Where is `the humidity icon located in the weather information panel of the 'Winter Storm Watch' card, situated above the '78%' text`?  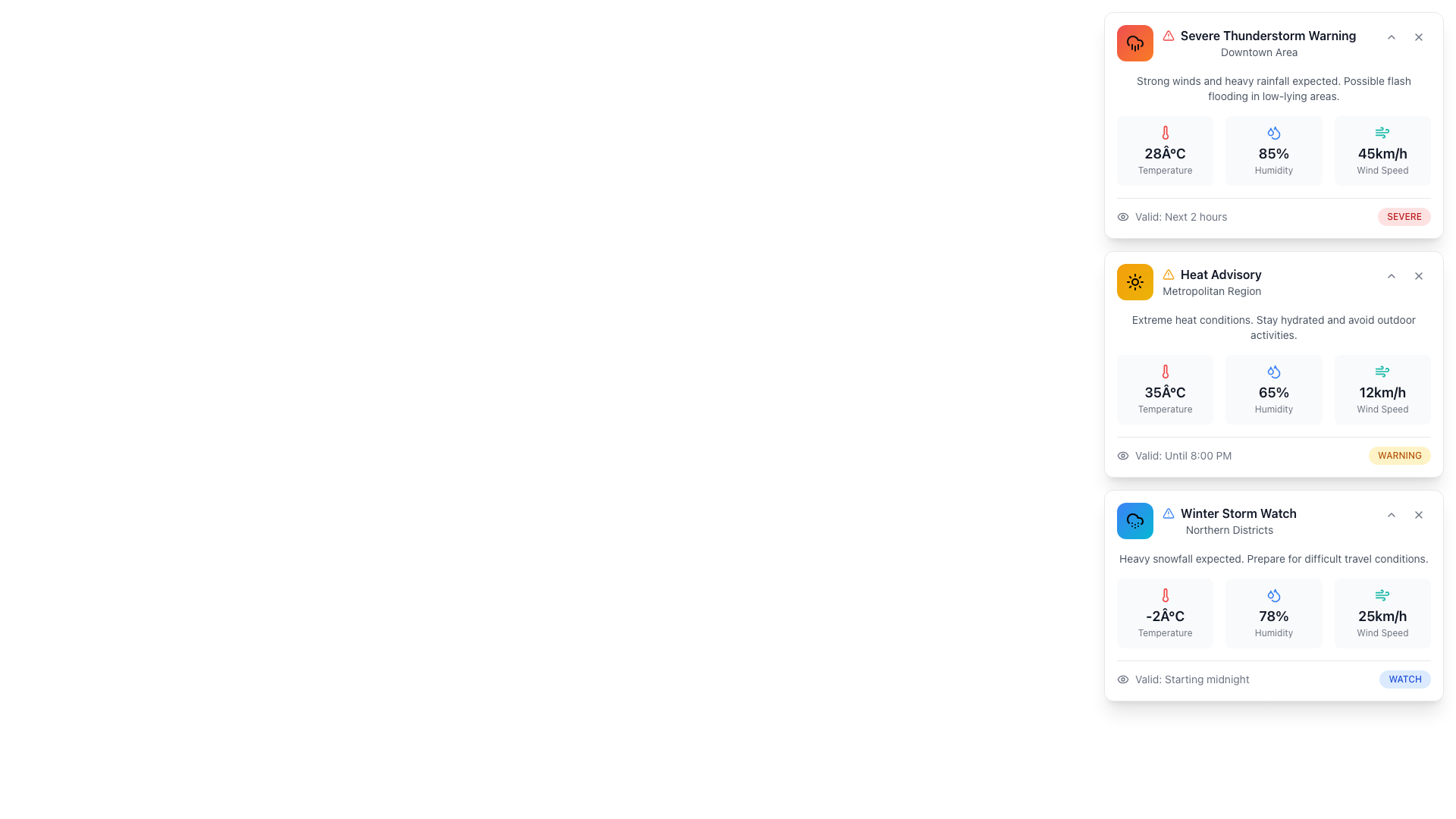
the humidity icon located in the weather information panel of the 'Winter Storm Watch' card, situated above the '78%' text is located at coordinates (1274, 595).